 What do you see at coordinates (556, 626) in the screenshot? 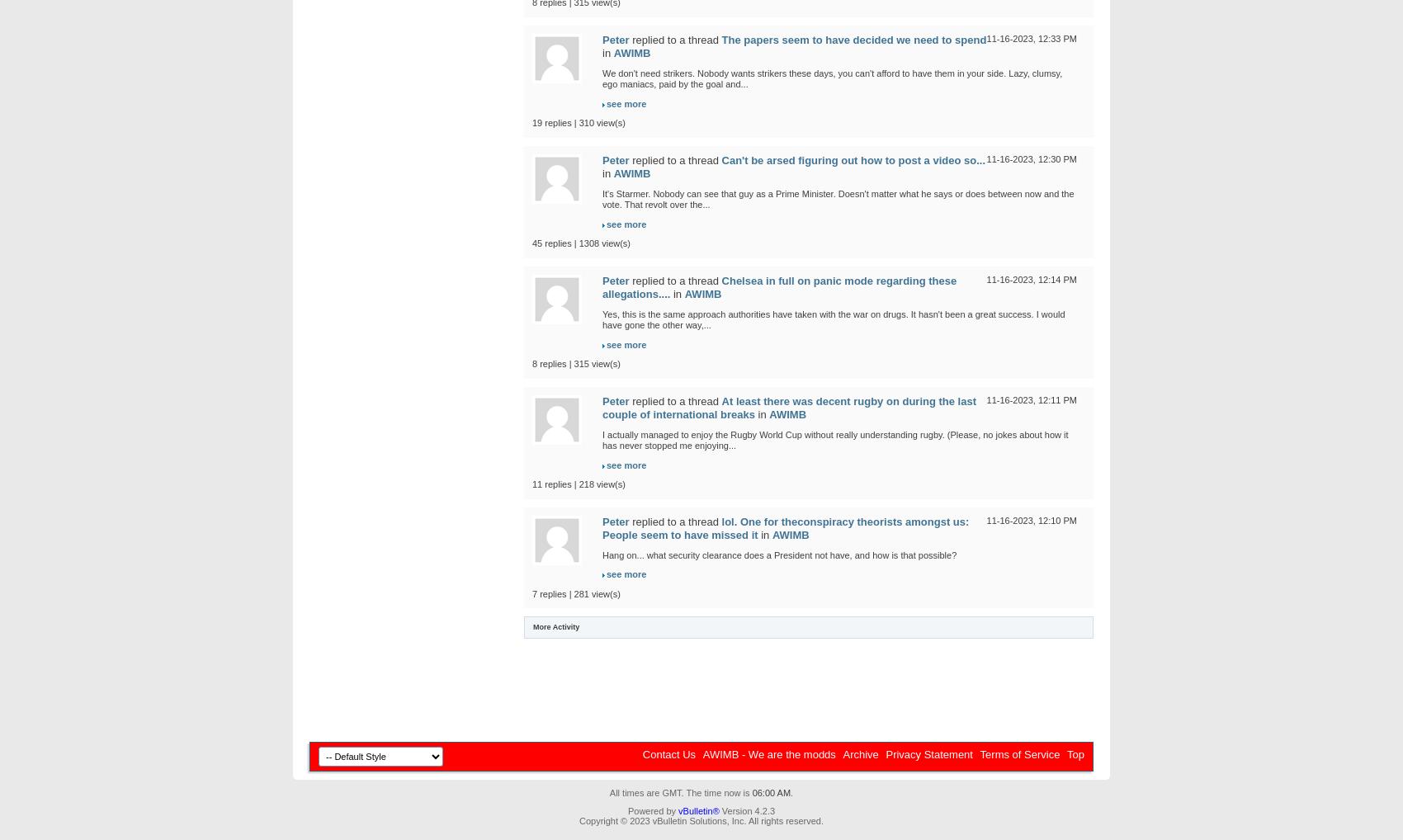
I see `'More Activity'` at bounding box center [556, 626].